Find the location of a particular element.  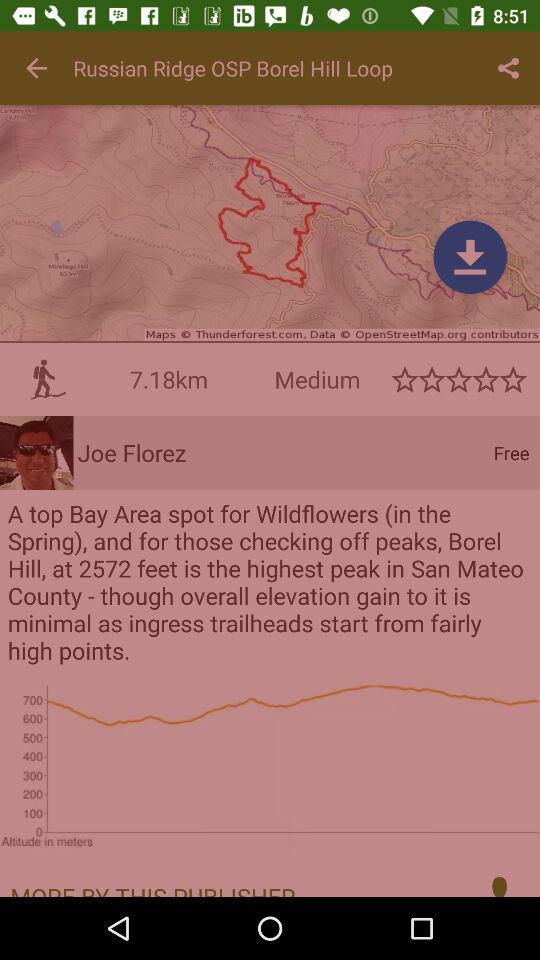

icon at the top left corner is located at coordinates (36, 68).